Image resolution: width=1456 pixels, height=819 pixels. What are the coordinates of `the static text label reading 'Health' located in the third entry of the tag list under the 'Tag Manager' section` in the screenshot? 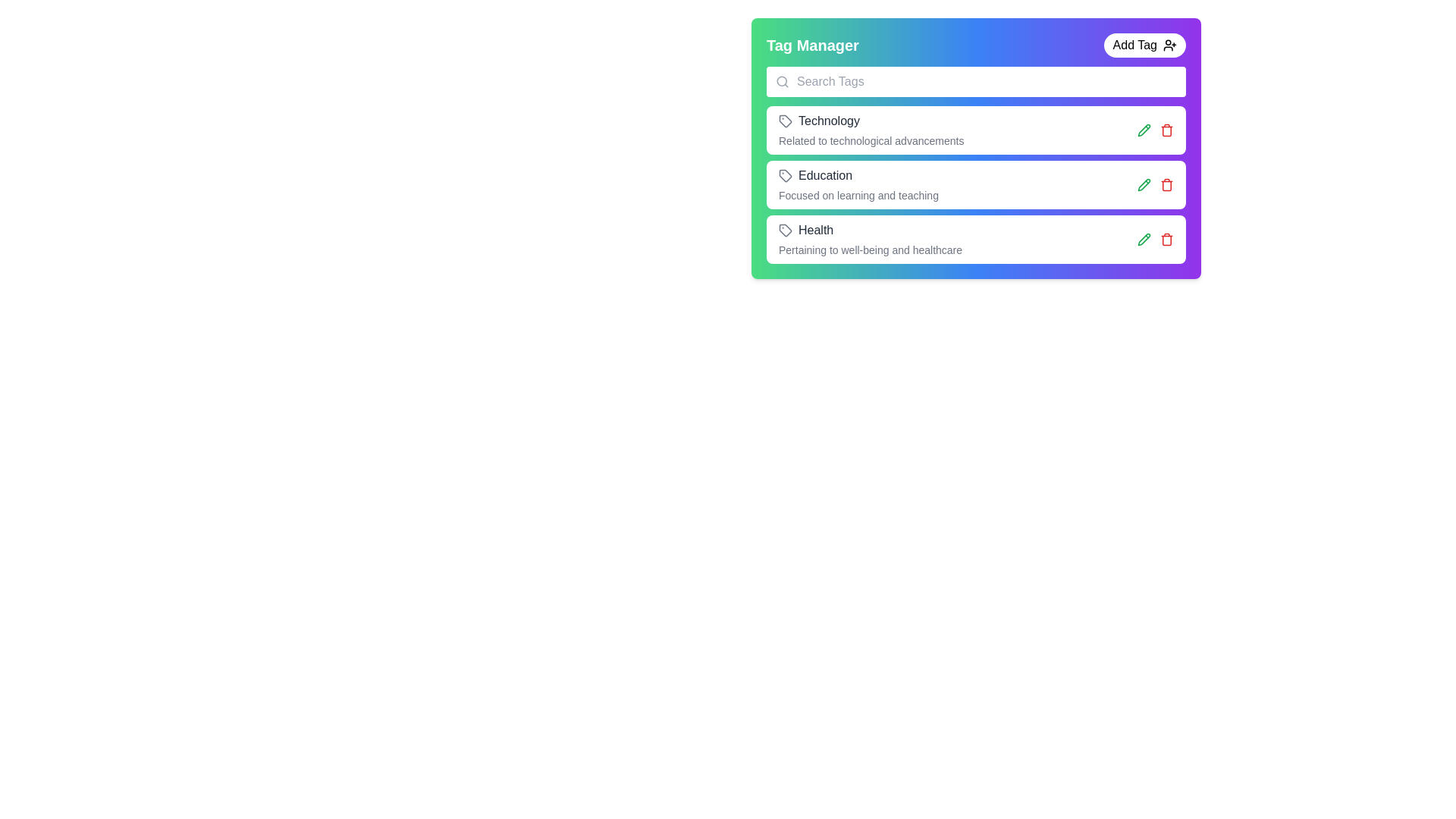 It's located at (815, 231).